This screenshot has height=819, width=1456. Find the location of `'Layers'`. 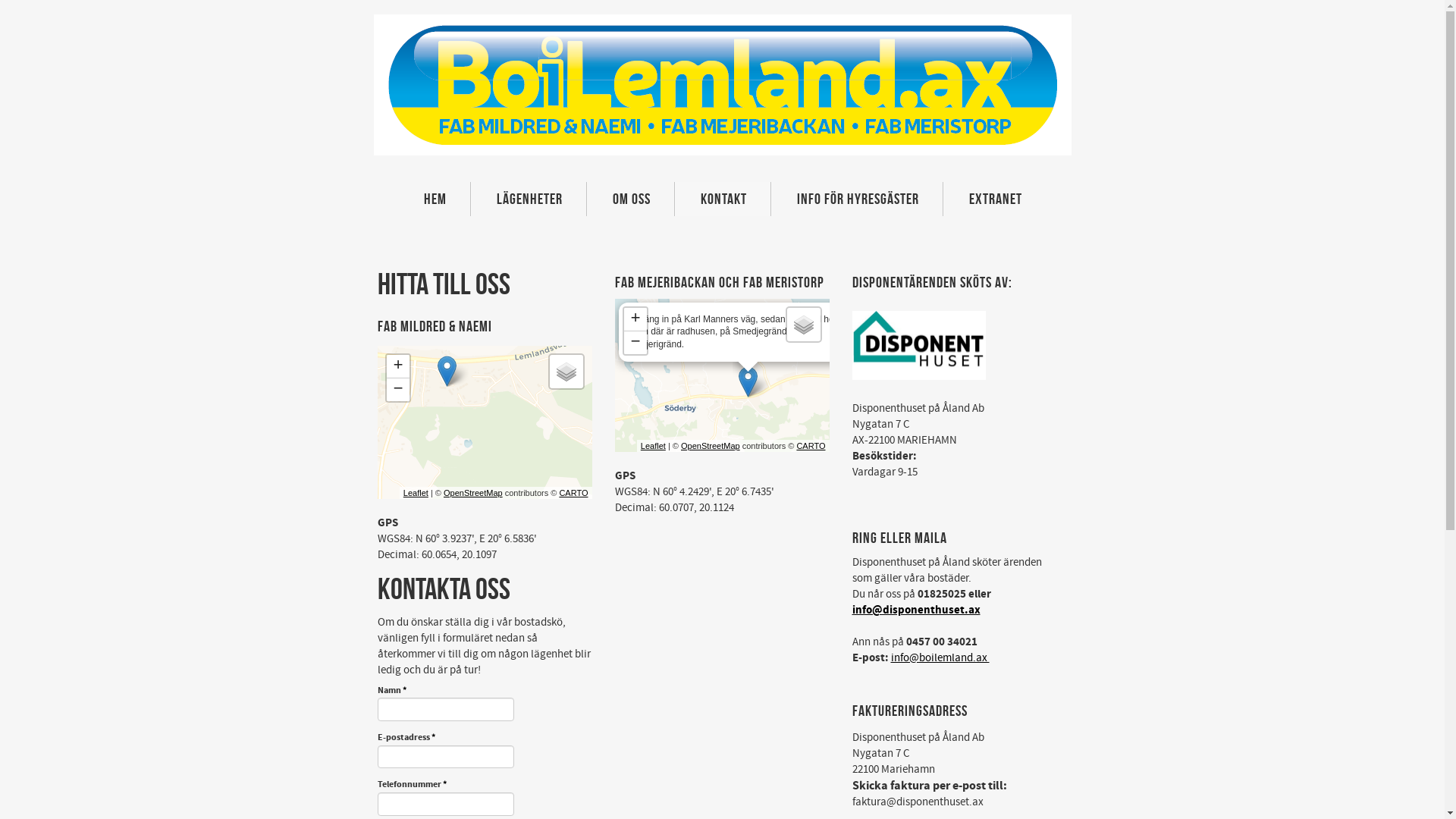

'Layers' is located at coordinates (564, 371).